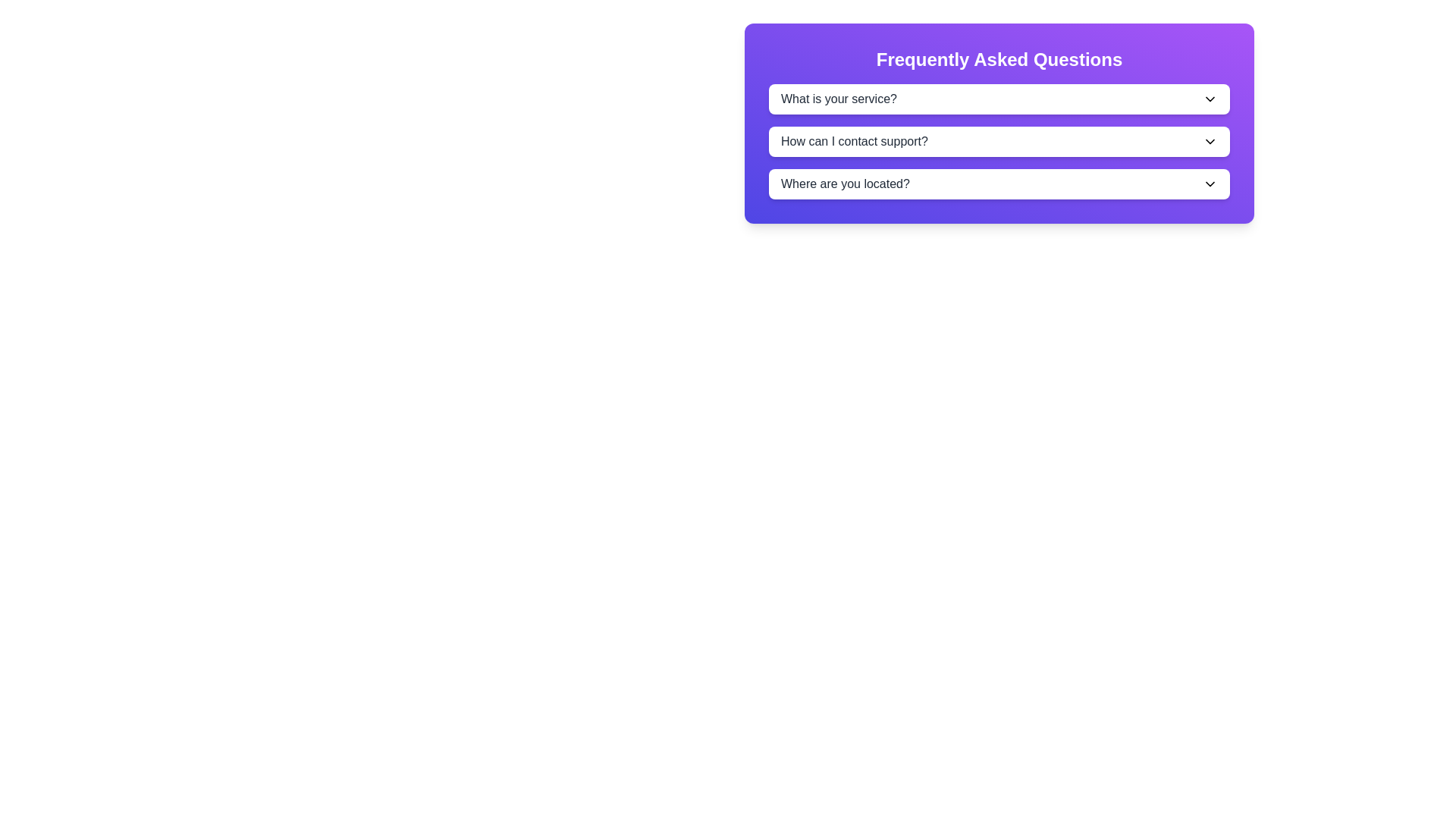  What do you see at coordinates (1210, 184) in the screenshot?
I see `the small chevron-down icon located to the far right of the 'Where are you located?' label` at bounding box center [1210, 184].